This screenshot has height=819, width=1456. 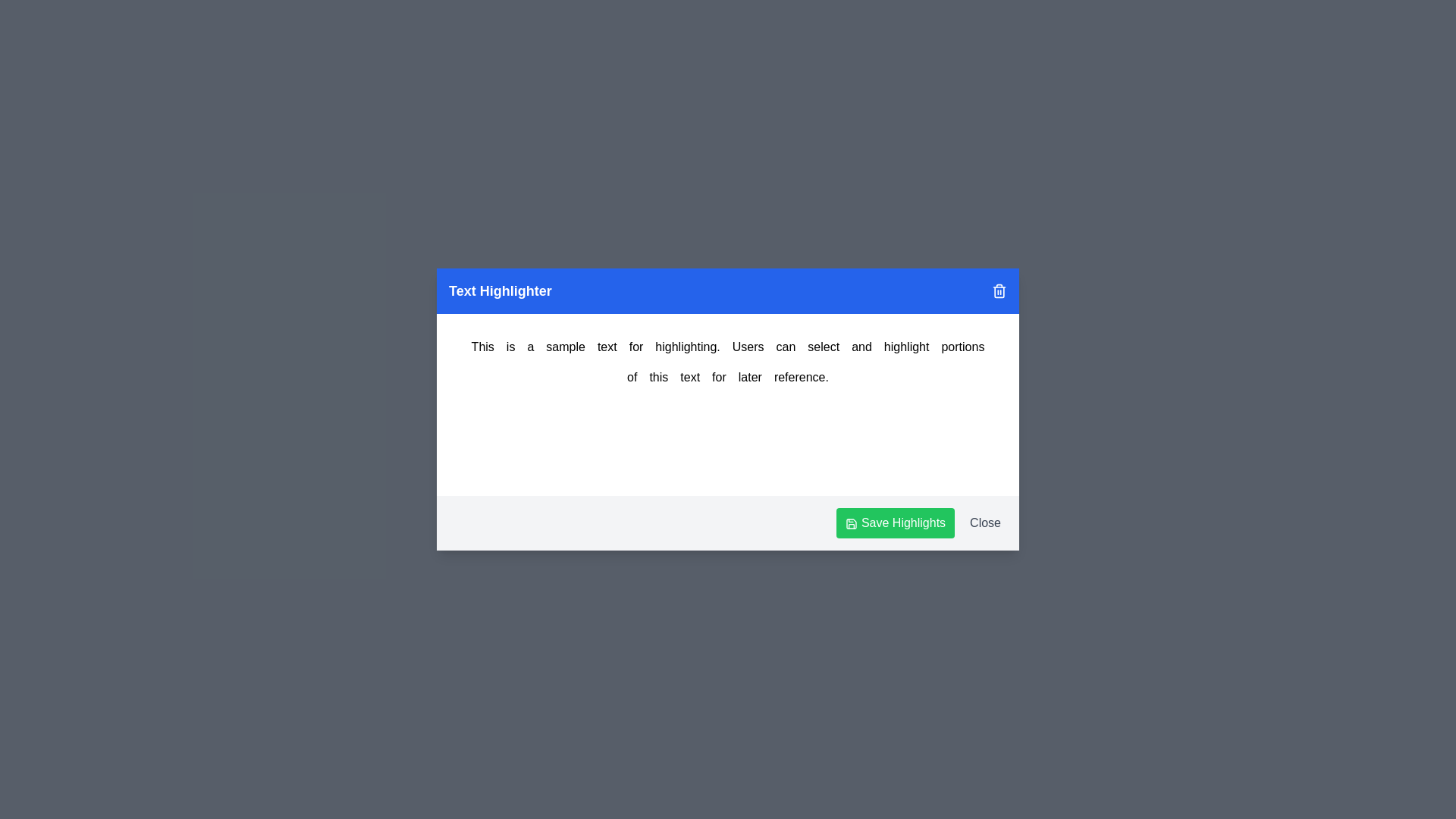 What do you see at coordinates (565, 347) in the screenshot?
I see `the word 'sample' by clicking on it` at bounding box center [565, 347].